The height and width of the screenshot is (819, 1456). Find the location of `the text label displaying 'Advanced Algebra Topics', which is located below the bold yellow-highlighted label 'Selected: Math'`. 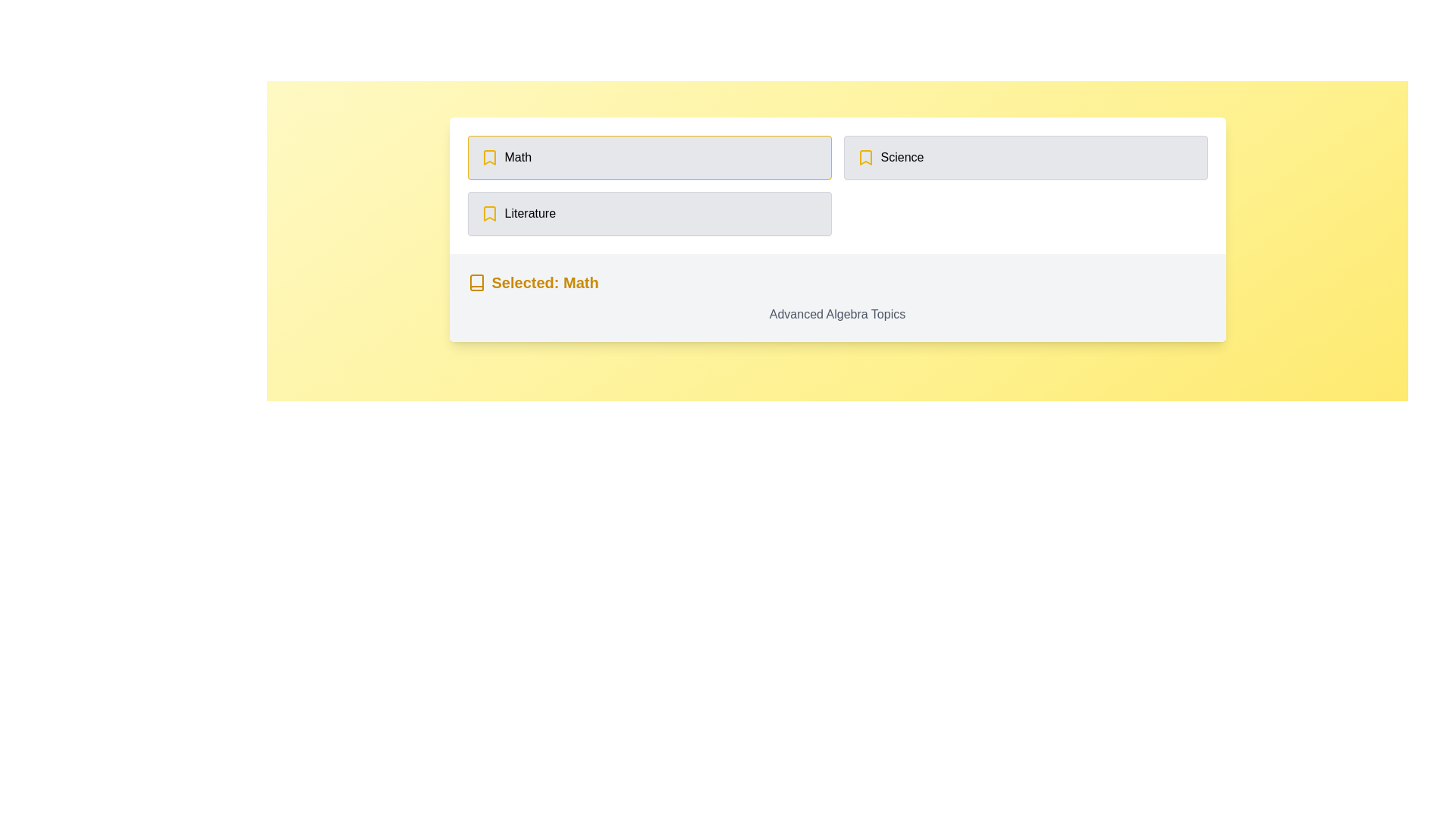

the text label displaying 'Advanced Algebra Topics', which is located below the bold yellow-highlighted label 'Selected: Math' is located at coordinates (836, 314).